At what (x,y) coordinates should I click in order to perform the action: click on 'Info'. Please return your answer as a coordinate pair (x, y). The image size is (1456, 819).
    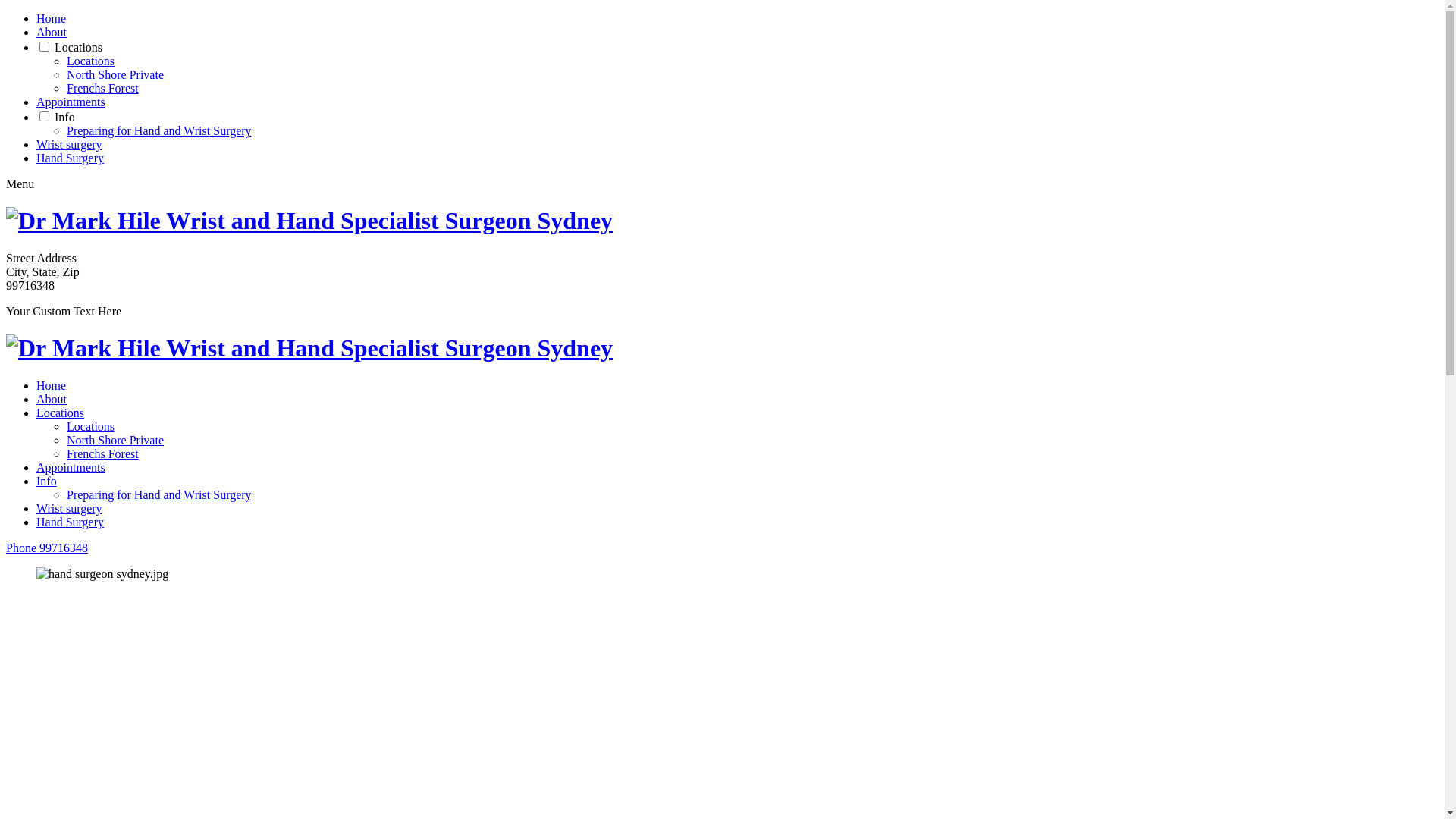
    Looking at the image, I should click on (64, 116).